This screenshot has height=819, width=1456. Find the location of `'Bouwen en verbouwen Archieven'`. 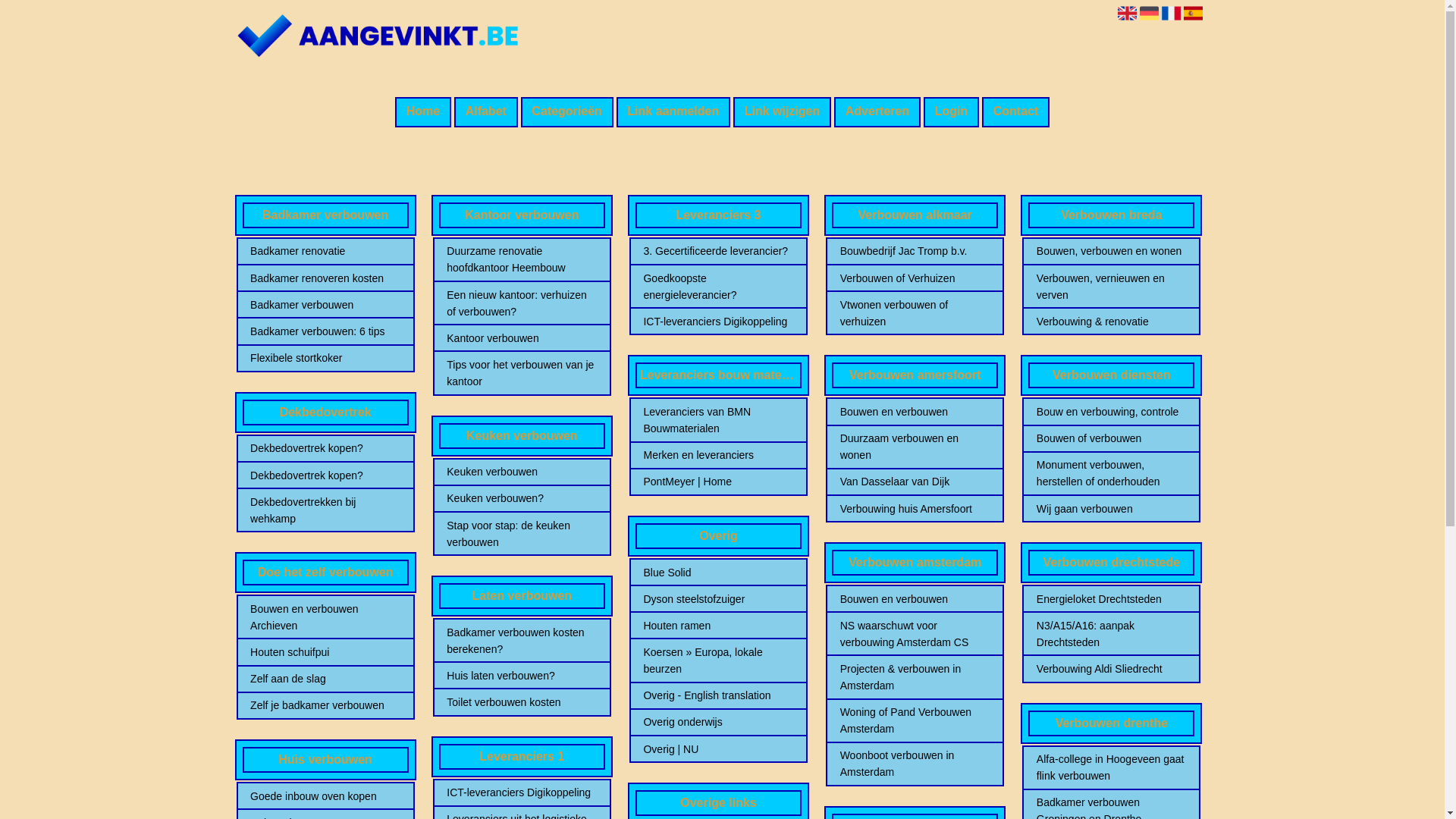

'Bouwen en verbouwen Archieven' is located at coordinates (324, 617).